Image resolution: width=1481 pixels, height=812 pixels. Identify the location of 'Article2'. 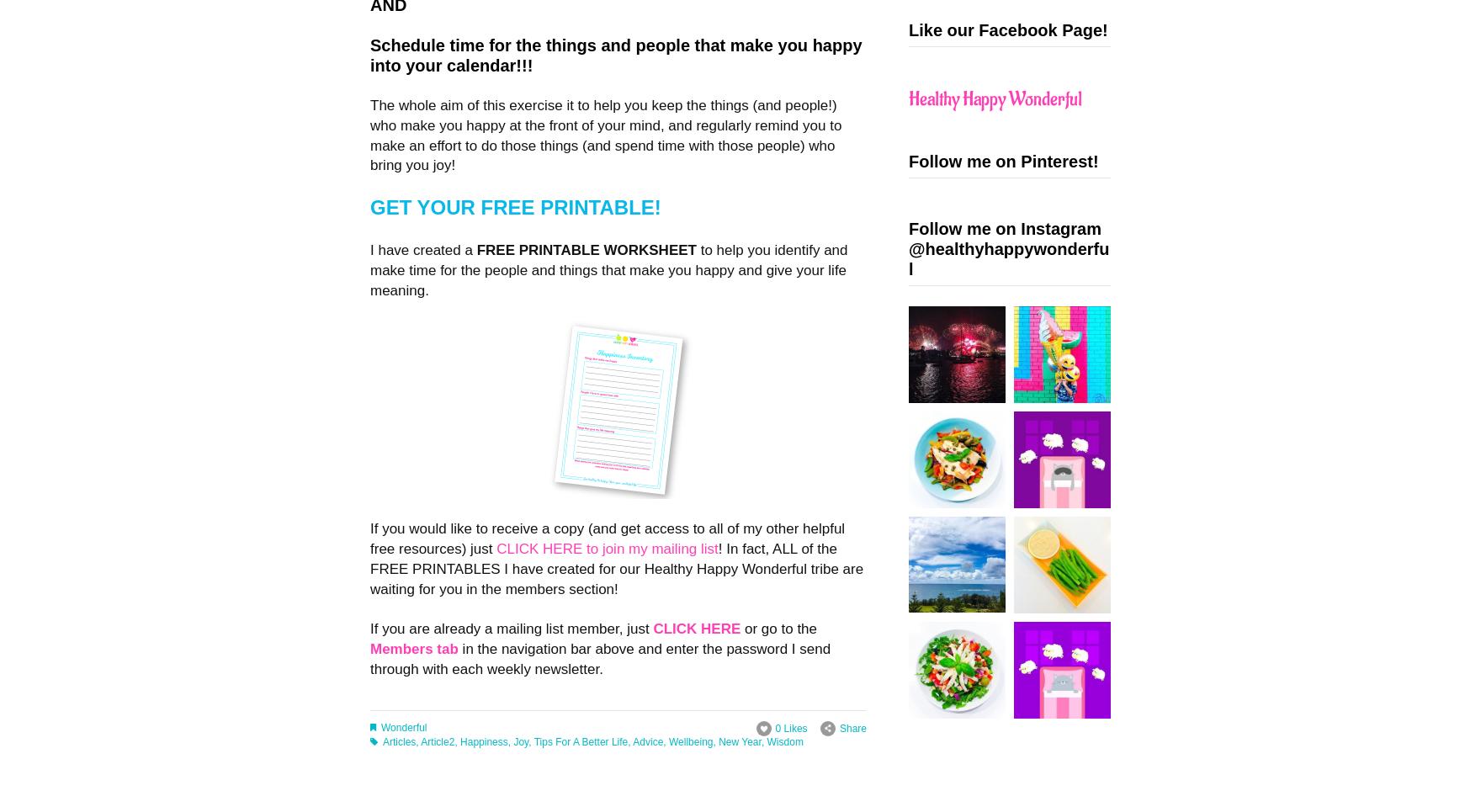
(438, 741).